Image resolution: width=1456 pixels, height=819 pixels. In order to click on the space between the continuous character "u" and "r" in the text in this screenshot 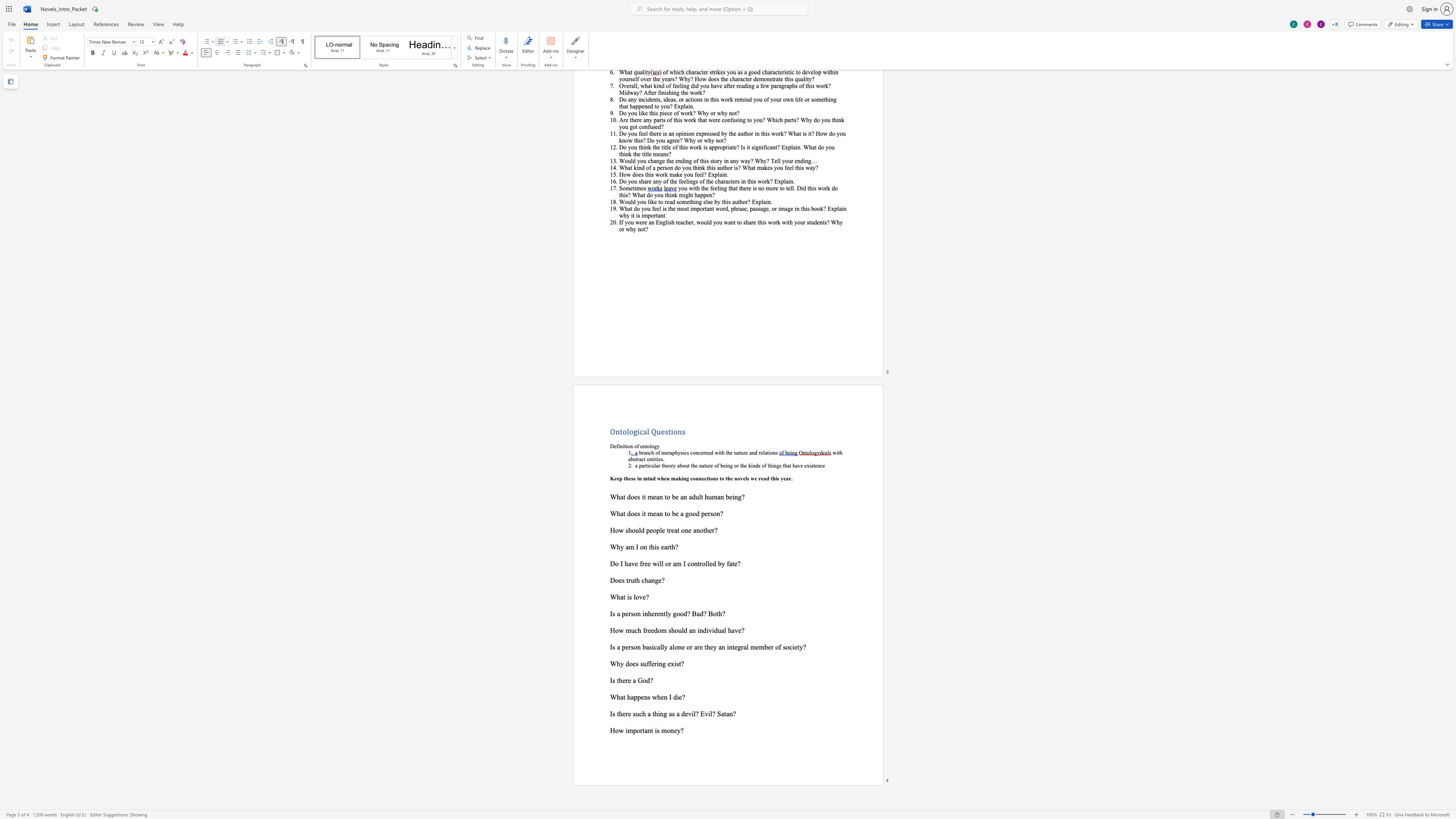, I will do `click(708, 465)`.